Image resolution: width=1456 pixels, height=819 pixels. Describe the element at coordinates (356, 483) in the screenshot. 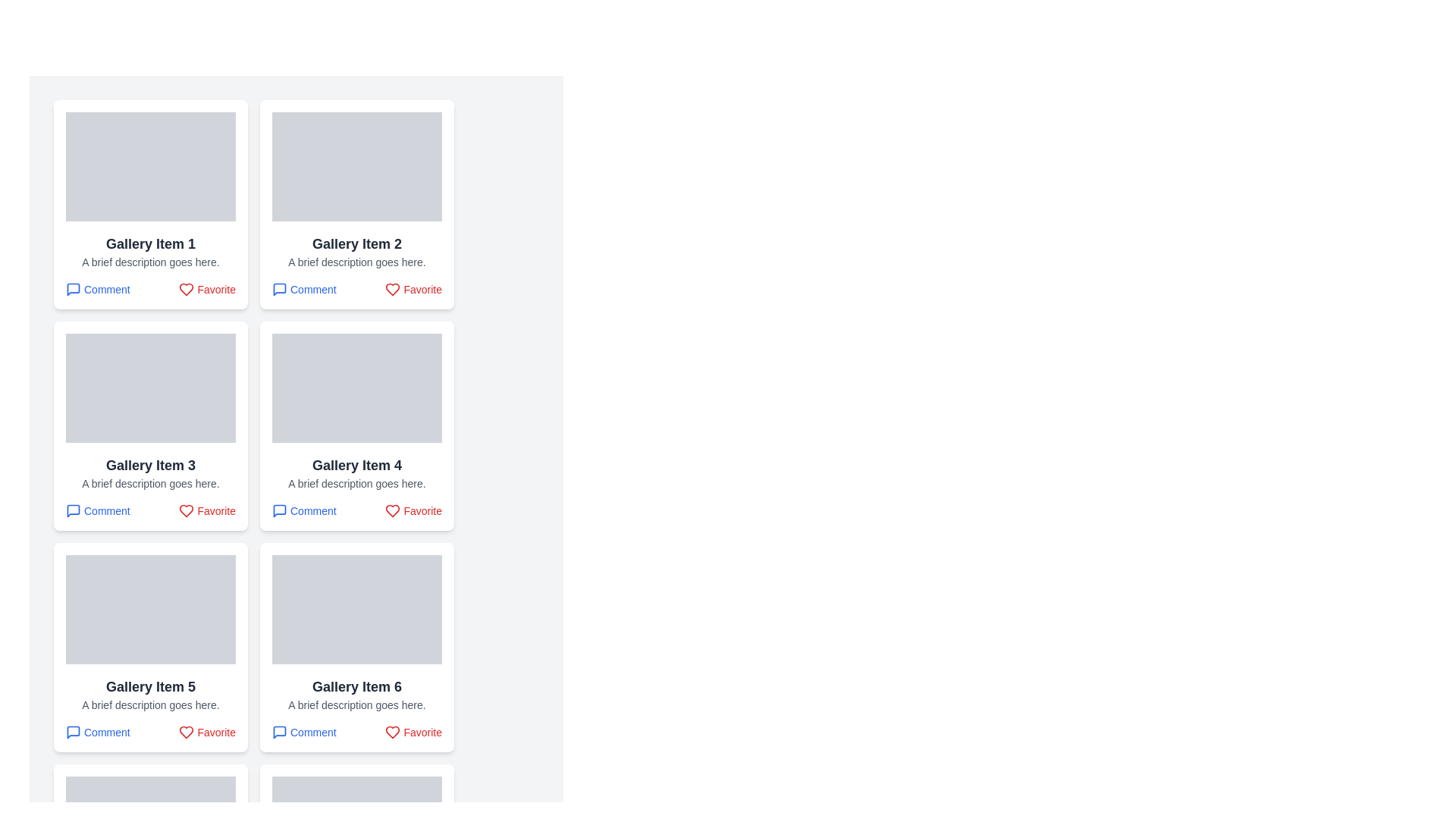

I see `text displayed under the heading 'Gallery Item 4' in the fourth card item located in the second row, second column of the grid layout` at that location.